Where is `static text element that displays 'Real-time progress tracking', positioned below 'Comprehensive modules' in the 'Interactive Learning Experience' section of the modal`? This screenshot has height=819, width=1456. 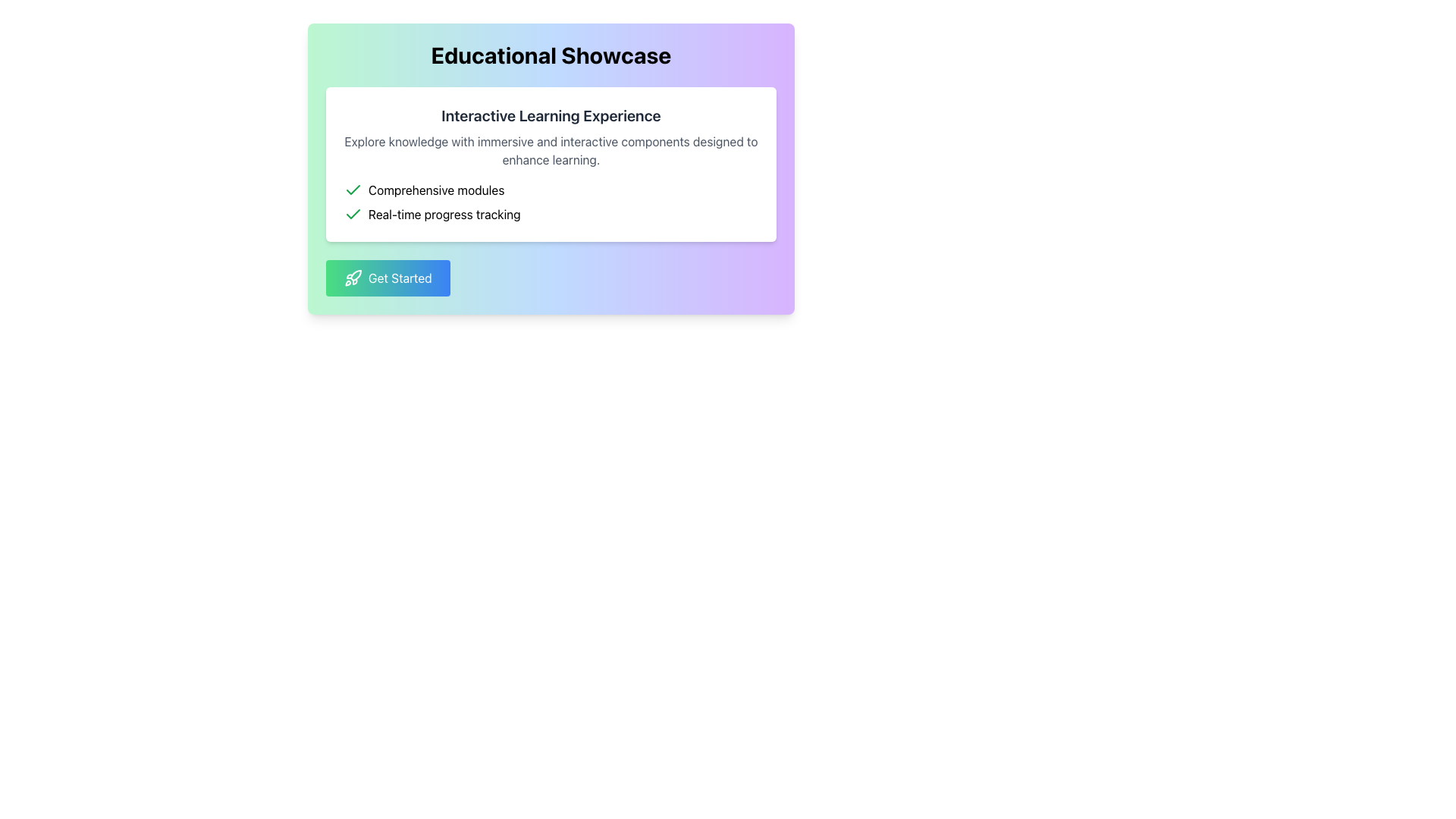
static text element that displays 'Real-time progress tracking', positioned below 'Comprehensive modules' in the 'Interactive Learning Experience' section of the modal is located at coordinates (444, 214).